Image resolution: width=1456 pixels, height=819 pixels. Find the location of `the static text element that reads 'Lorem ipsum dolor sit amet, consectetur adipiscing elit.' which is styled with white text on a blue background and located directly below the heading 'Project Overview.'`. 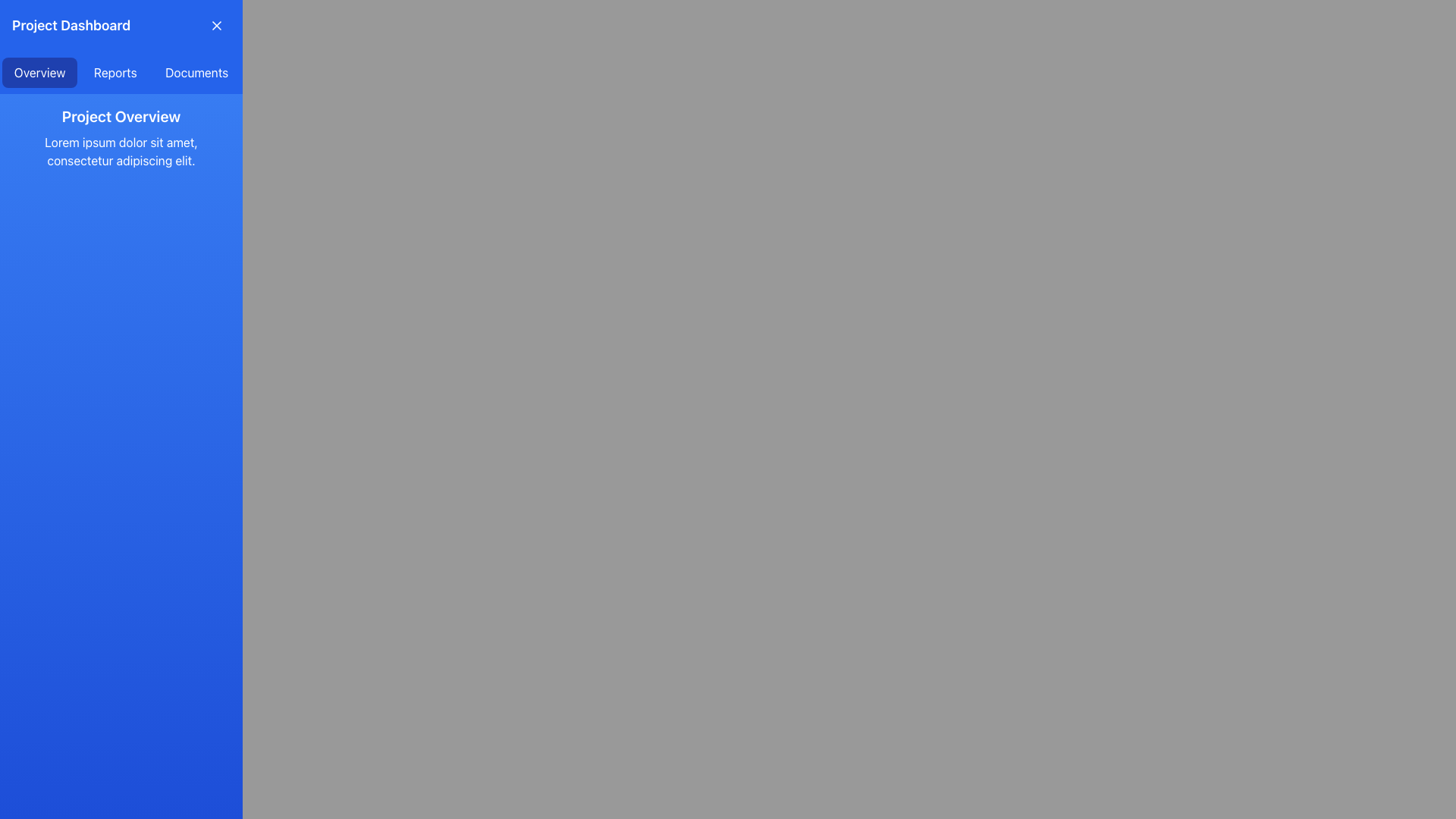

the static text element that reads 'Lorem ipsum dolor sit amet, consectetur adipiscing elit.' which is styled with white text on a blue background and located directly below the heading 'Project Overview.' is located at coordinates (120, 152).